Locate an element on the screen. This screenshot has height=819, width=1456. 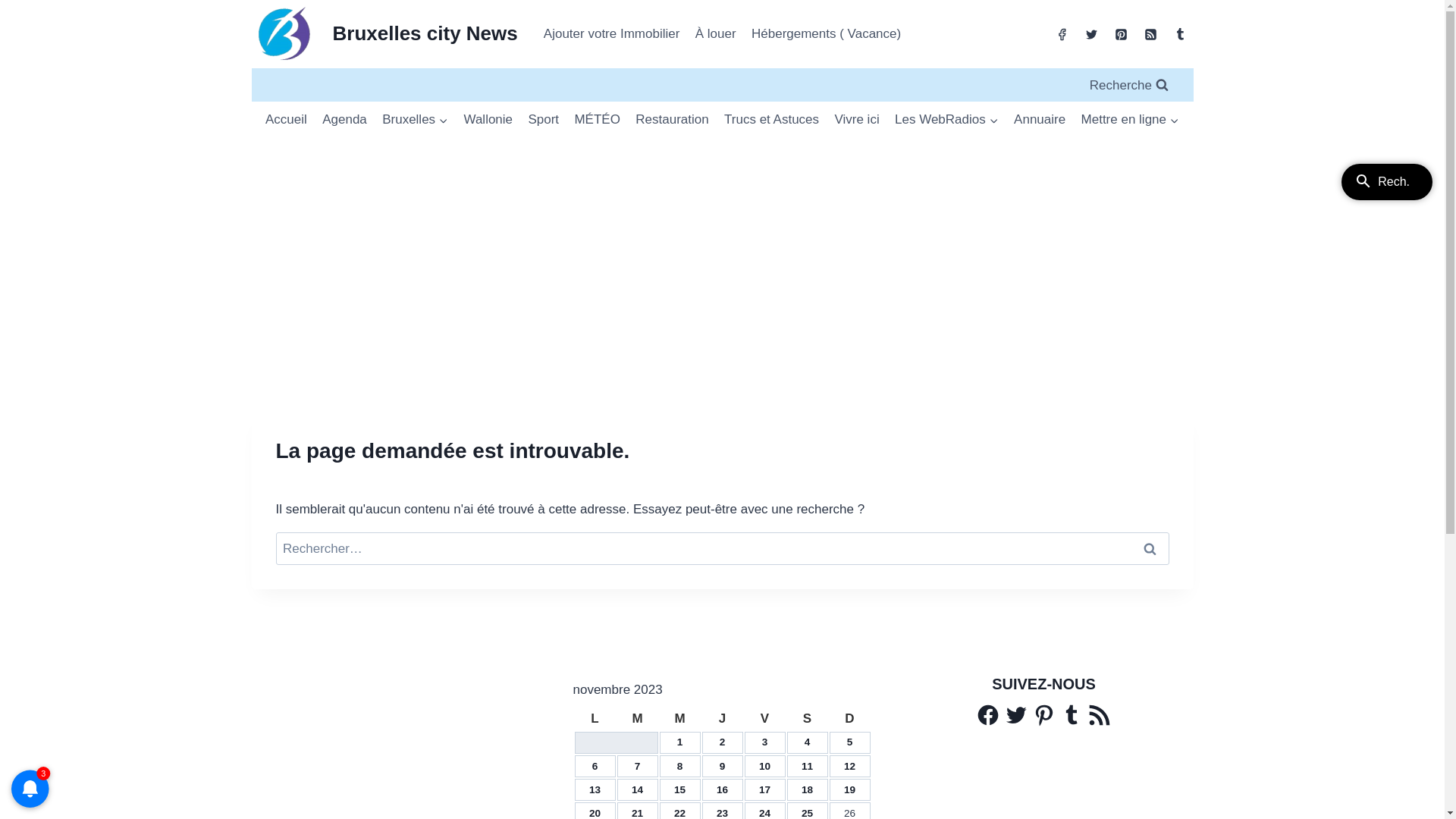
'Pinterest' is located at coordinates (1031, 714).